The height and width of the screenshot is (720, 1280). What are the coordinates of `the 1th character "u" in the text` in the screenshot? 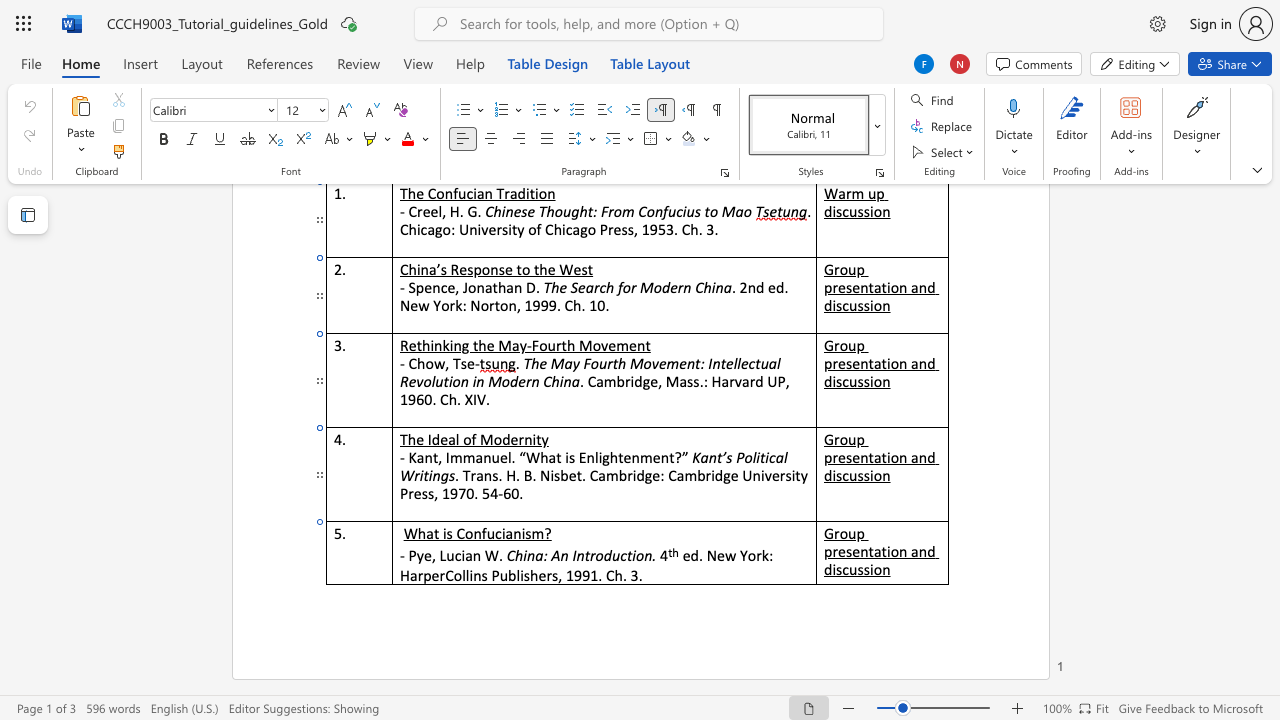 It's located at (490, 532).